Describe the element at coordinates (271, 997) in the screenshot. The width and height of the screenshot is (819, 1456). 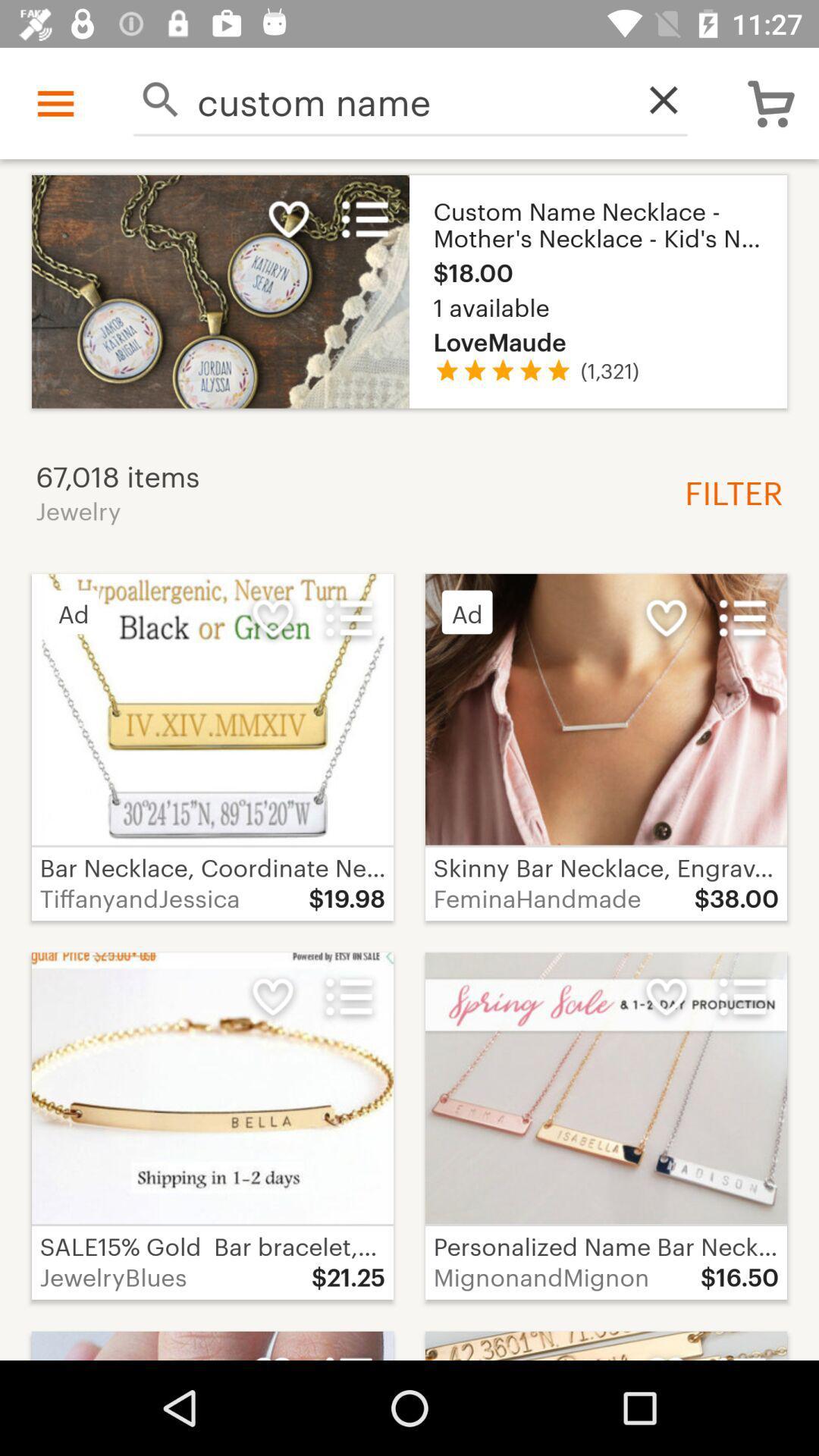
I see `the heart icon from third row first box` at that location.